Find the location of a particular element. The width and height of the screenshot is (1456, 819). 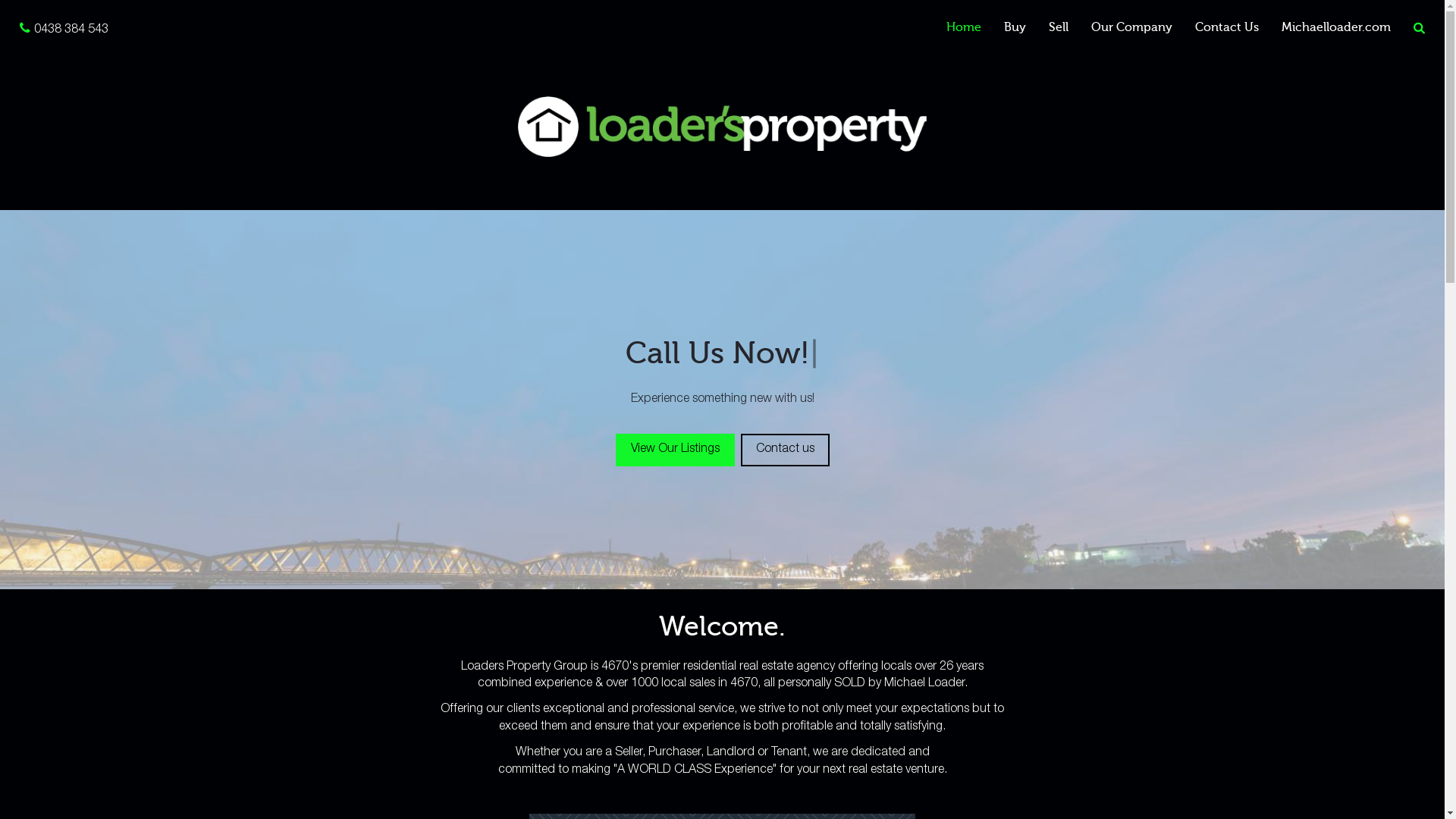

'Buy' is located at coordinates (1015, 27).